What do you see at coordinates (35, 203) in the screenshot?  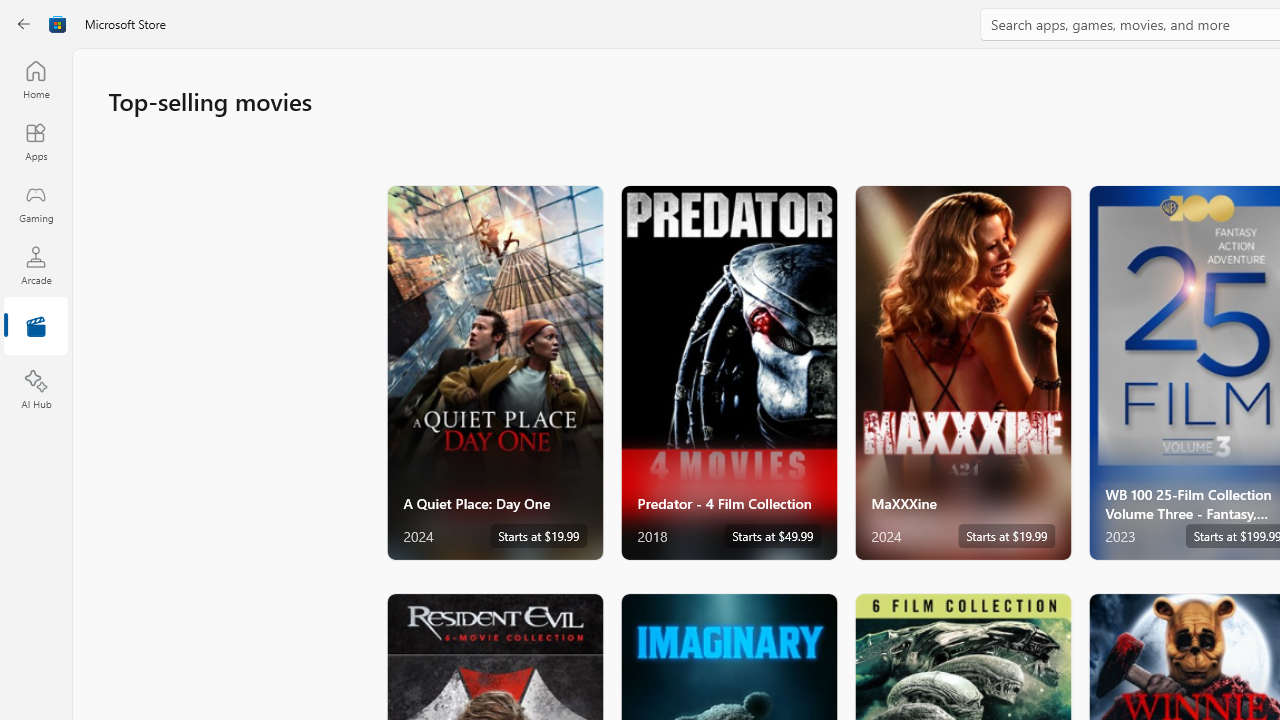 I see `'Gaming'` at bounding box center [35, 203].